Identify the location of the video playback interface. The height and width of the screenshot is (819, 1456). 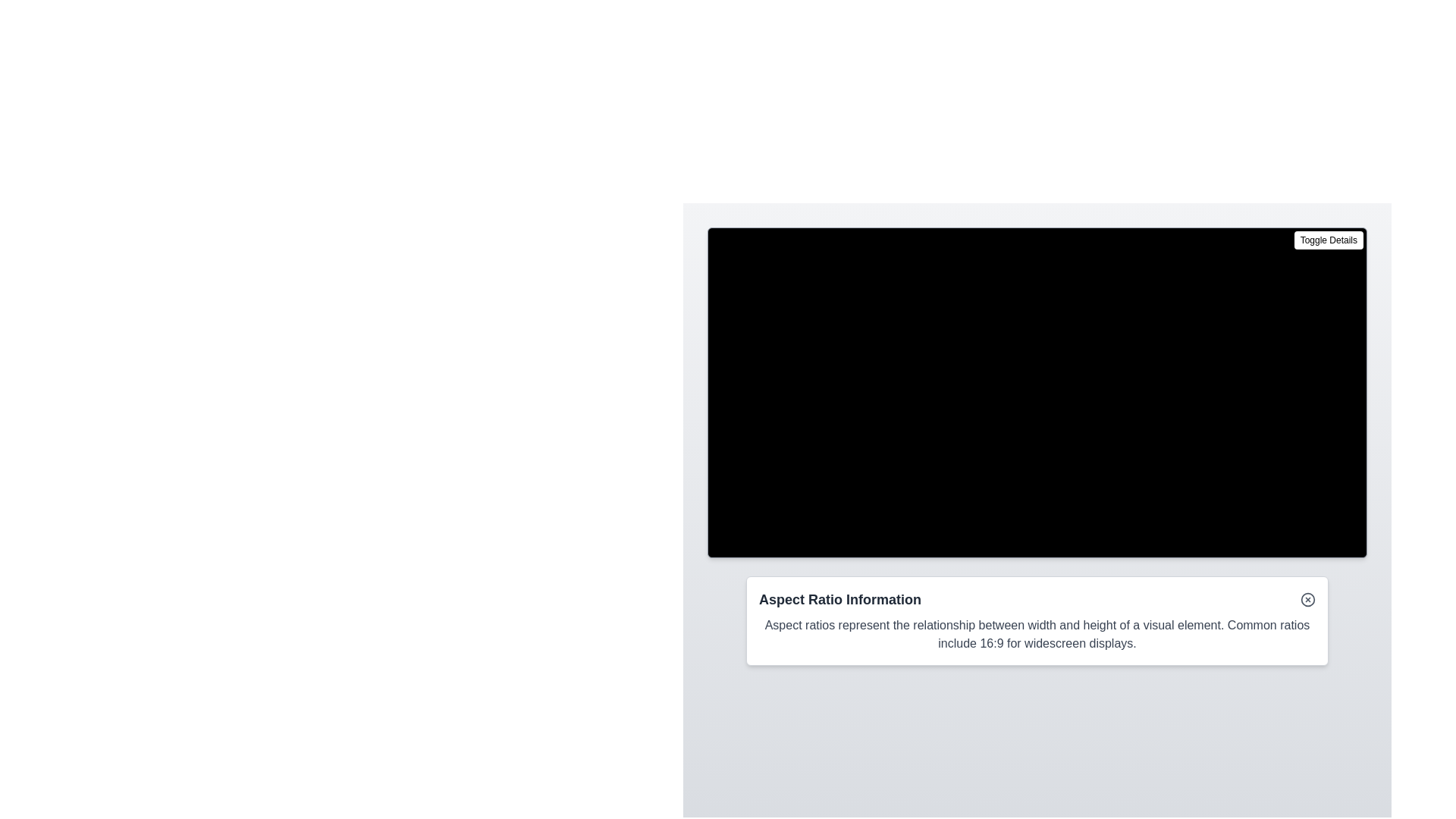
(1037, 391).